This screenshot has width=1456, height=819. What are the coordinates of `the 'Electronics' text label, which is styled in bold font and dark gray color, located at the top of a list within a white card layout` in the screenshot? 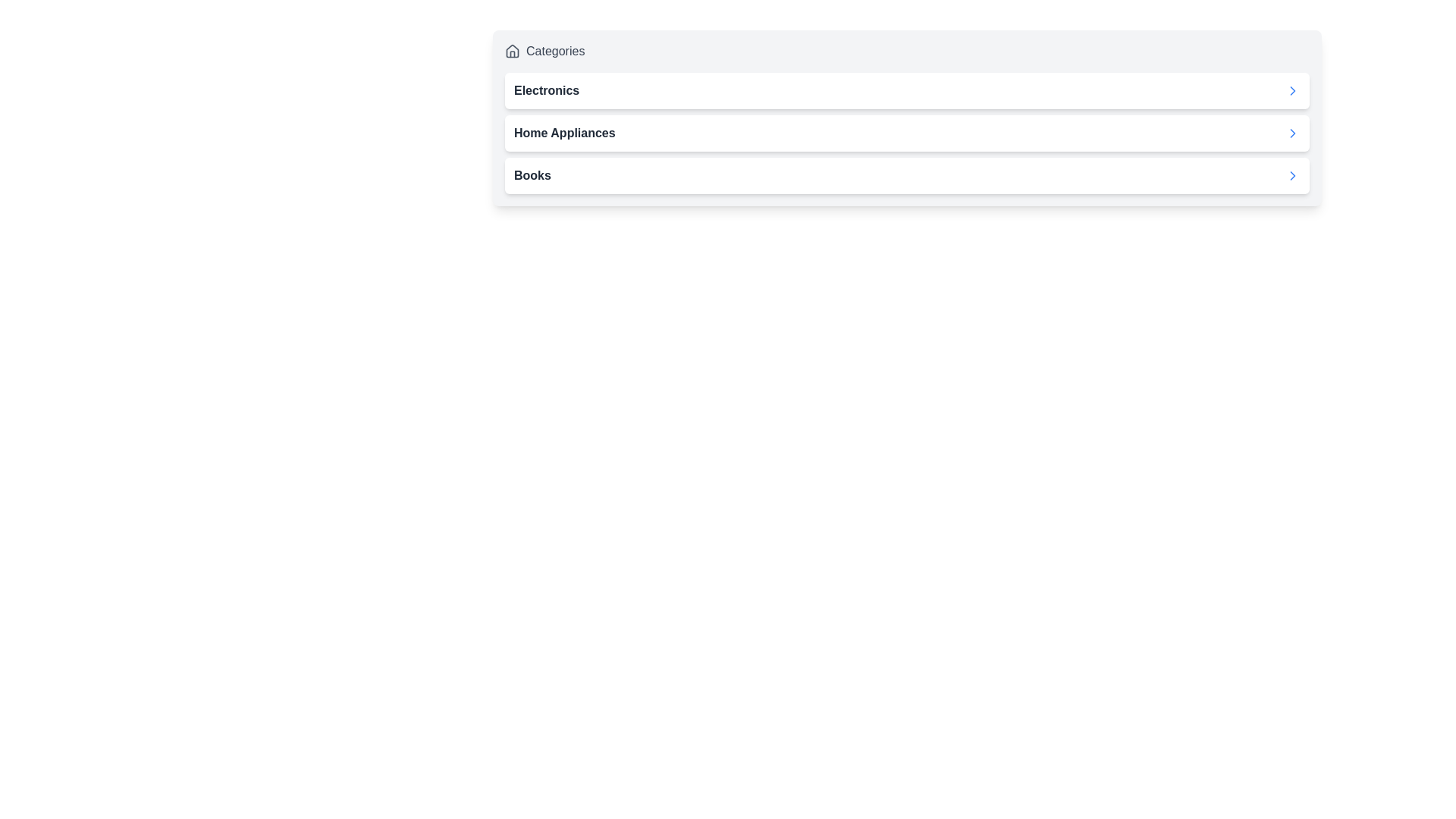 It's located at (546, 90).